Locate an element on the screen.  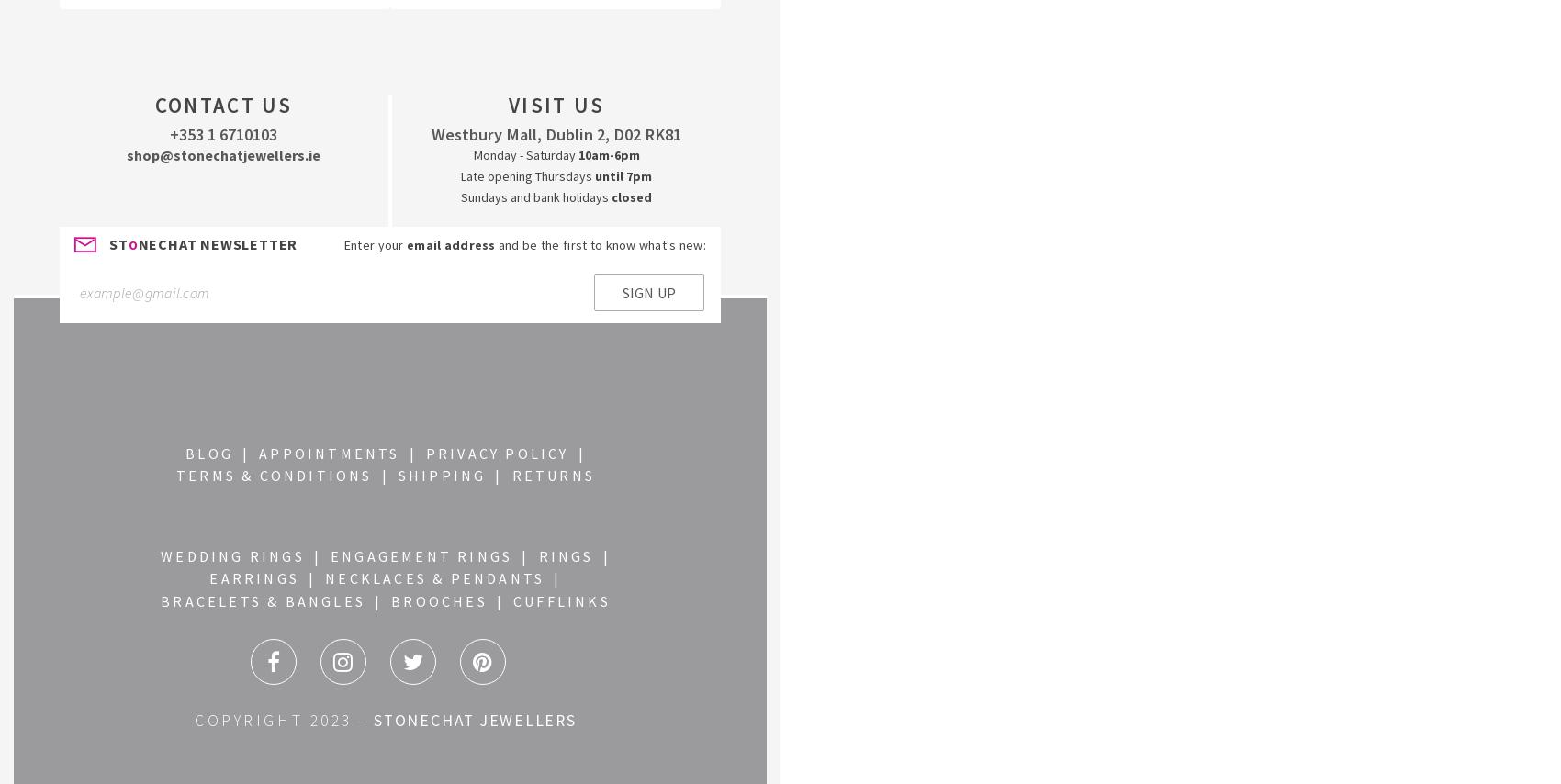
'NECKLACES & PENDANTS' is located at coordinates (434, 577).